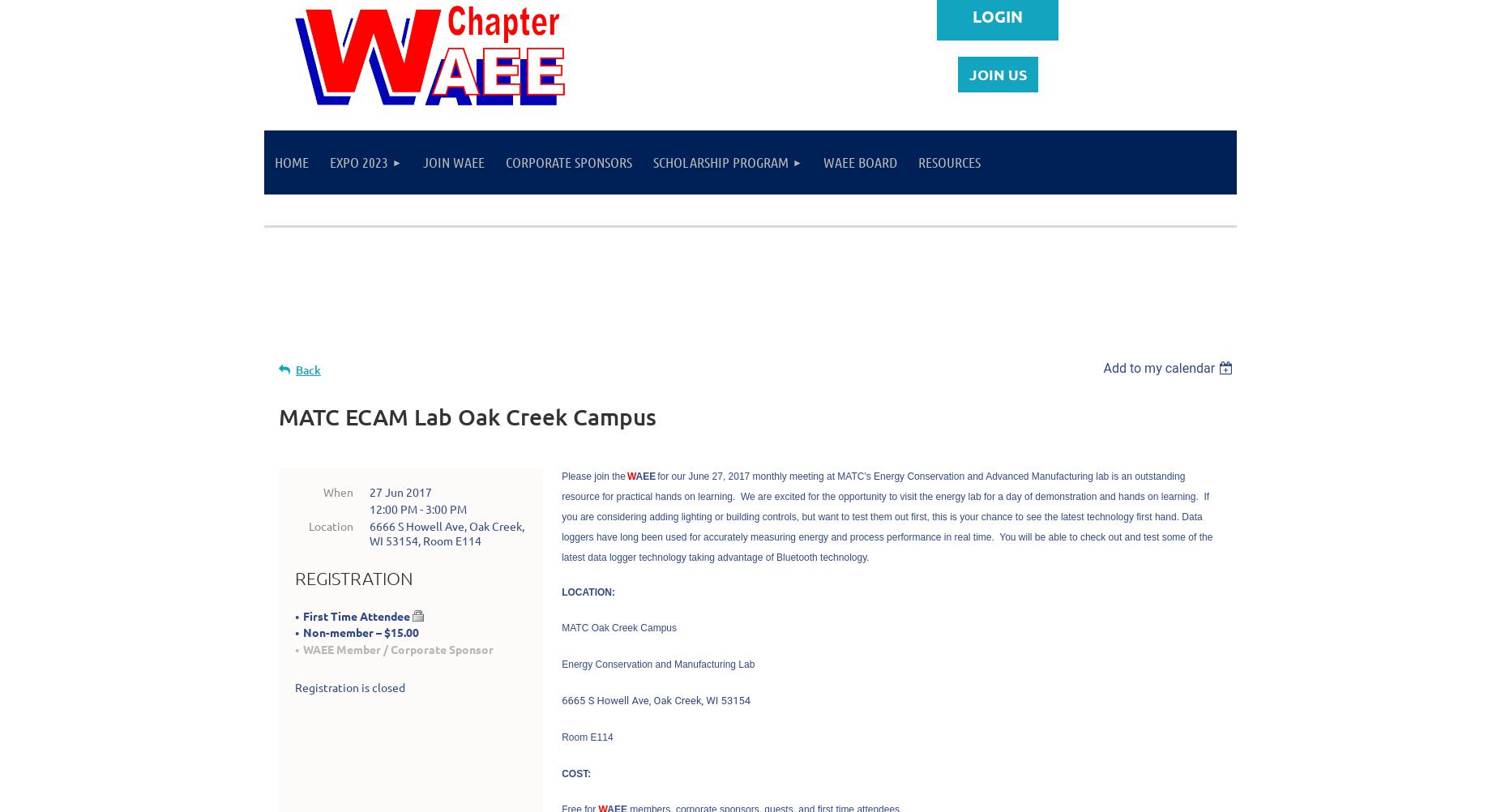 Image resolution: width=1501 pixels, height=812 pixels. Describe the element at coordinates (635, 474) in the screenshot. I see `'AEE'` at that location.